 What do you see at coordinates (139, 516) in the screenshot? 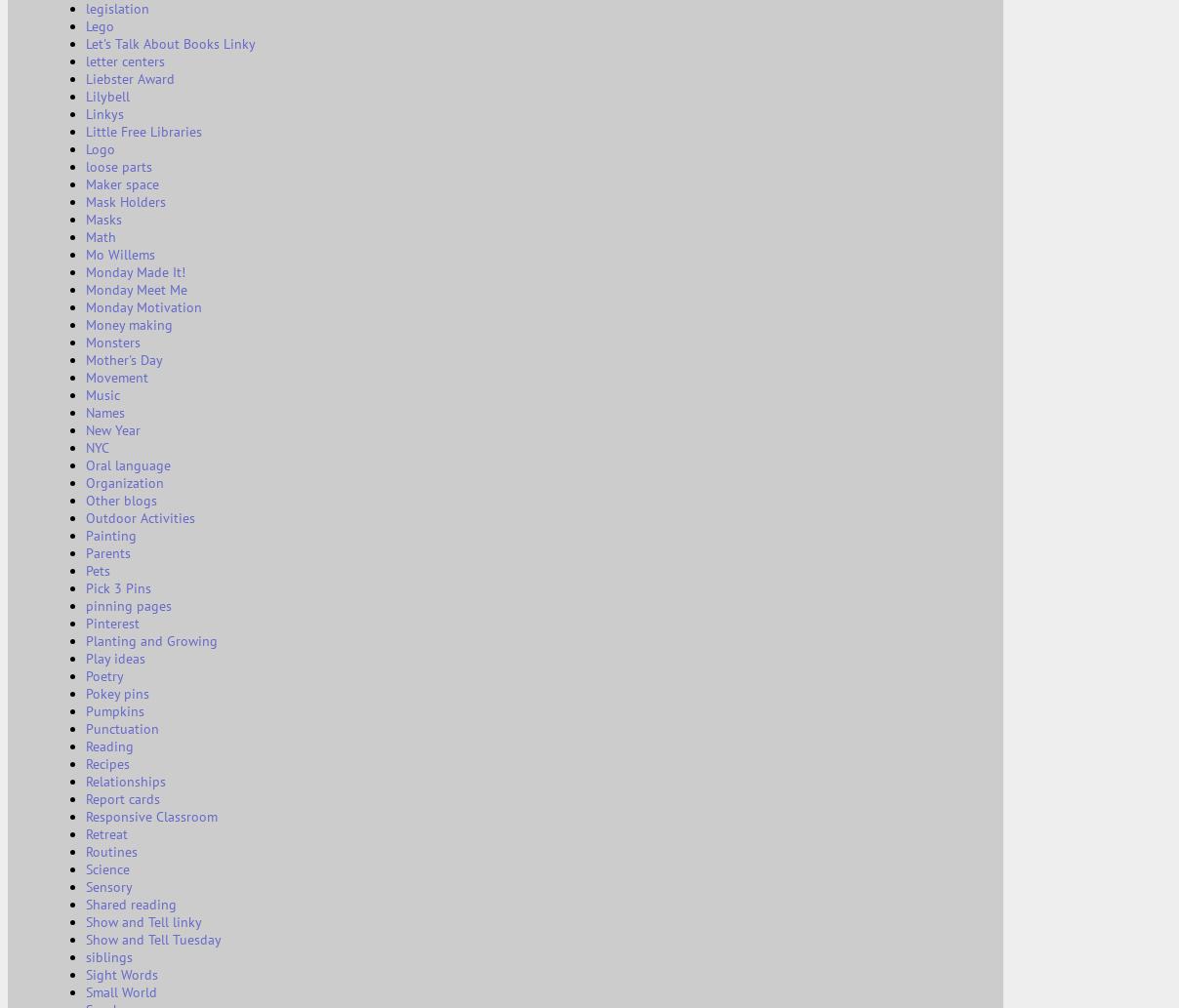
I see `'Outdoor Activities'` at bounding box center [139, 516].